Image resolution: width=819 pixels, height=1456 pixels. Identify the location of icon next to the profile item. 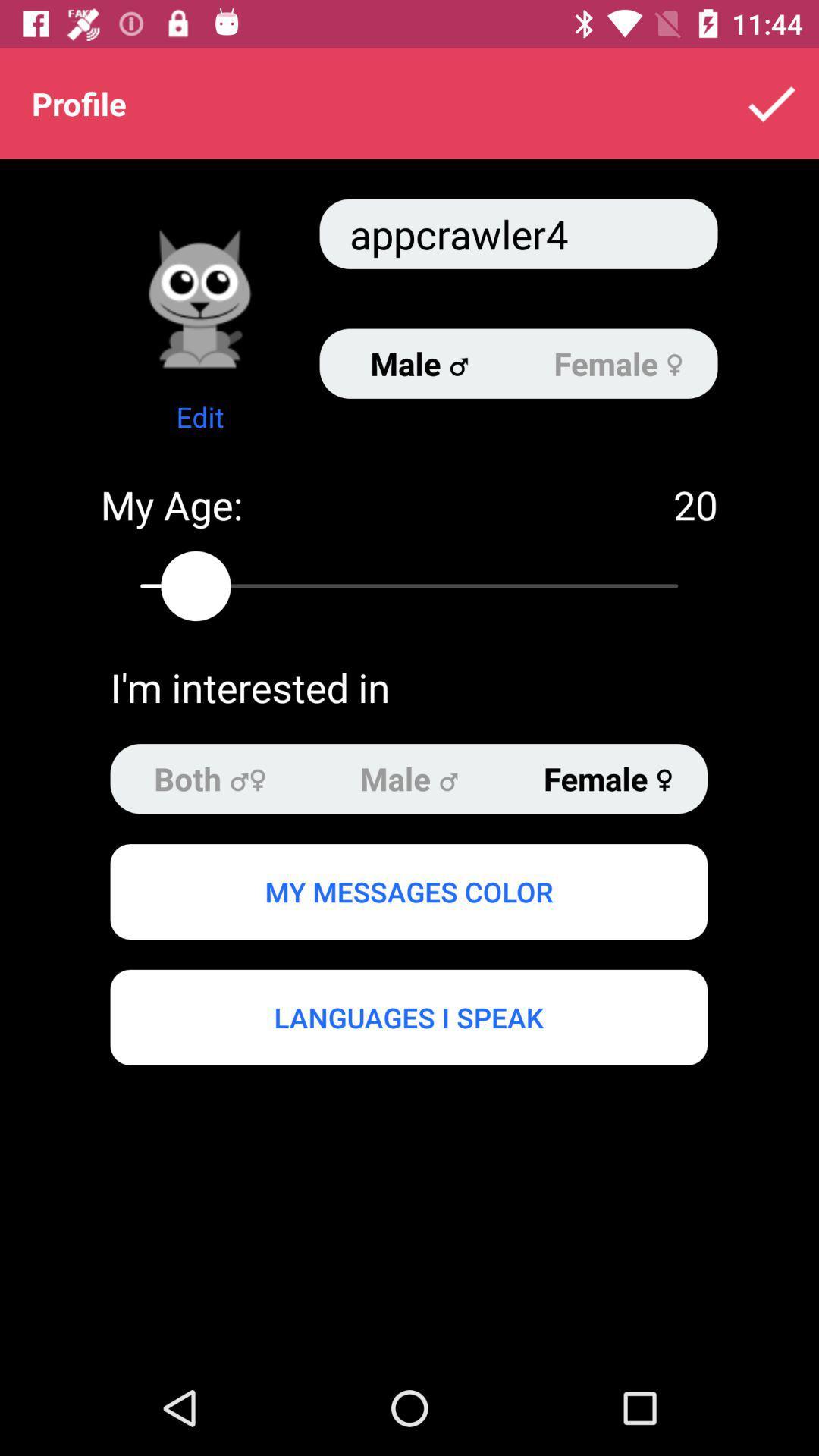
(771, 102).